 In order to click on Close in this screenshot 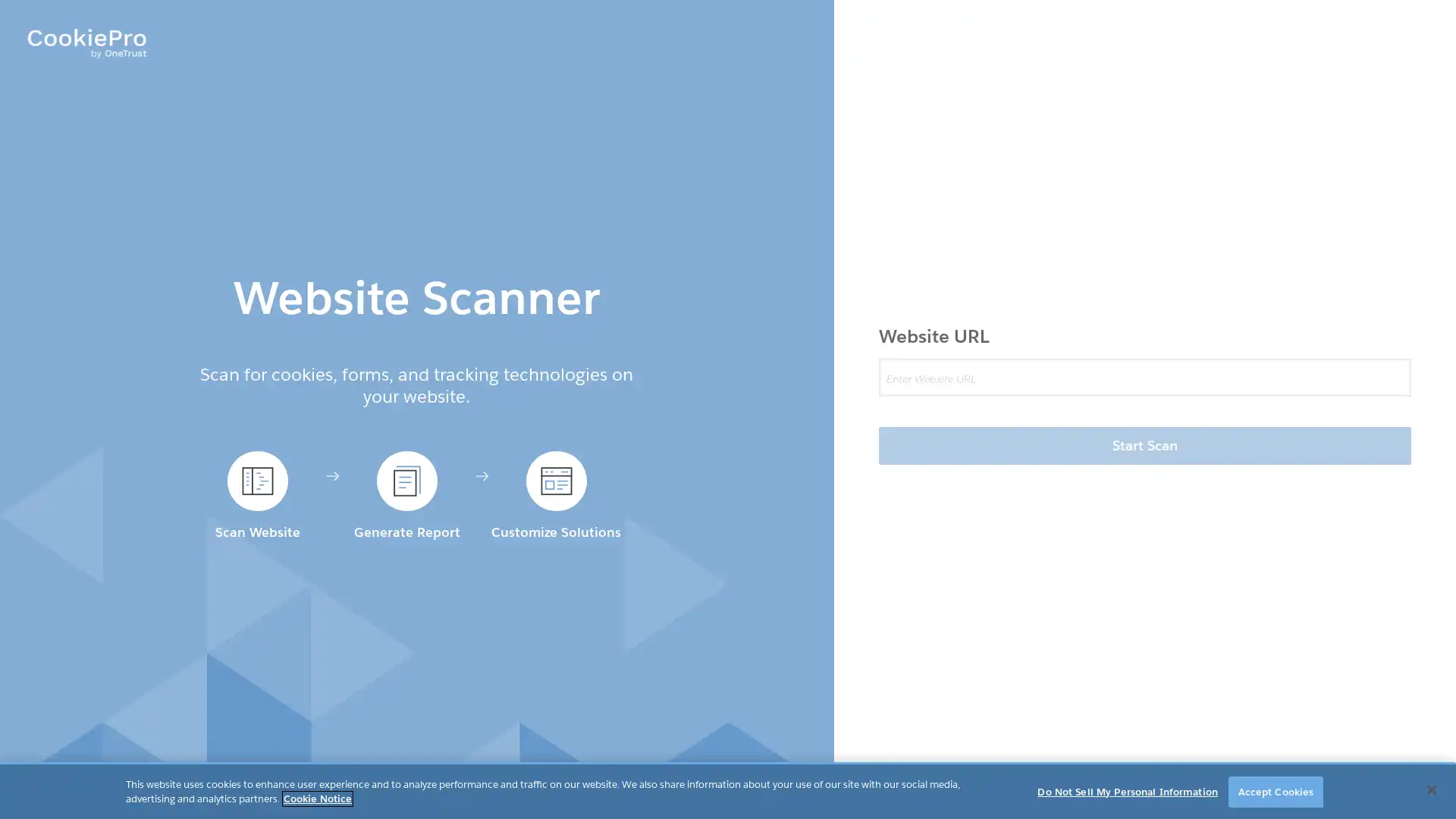, I will do `click(1430, 789)`.